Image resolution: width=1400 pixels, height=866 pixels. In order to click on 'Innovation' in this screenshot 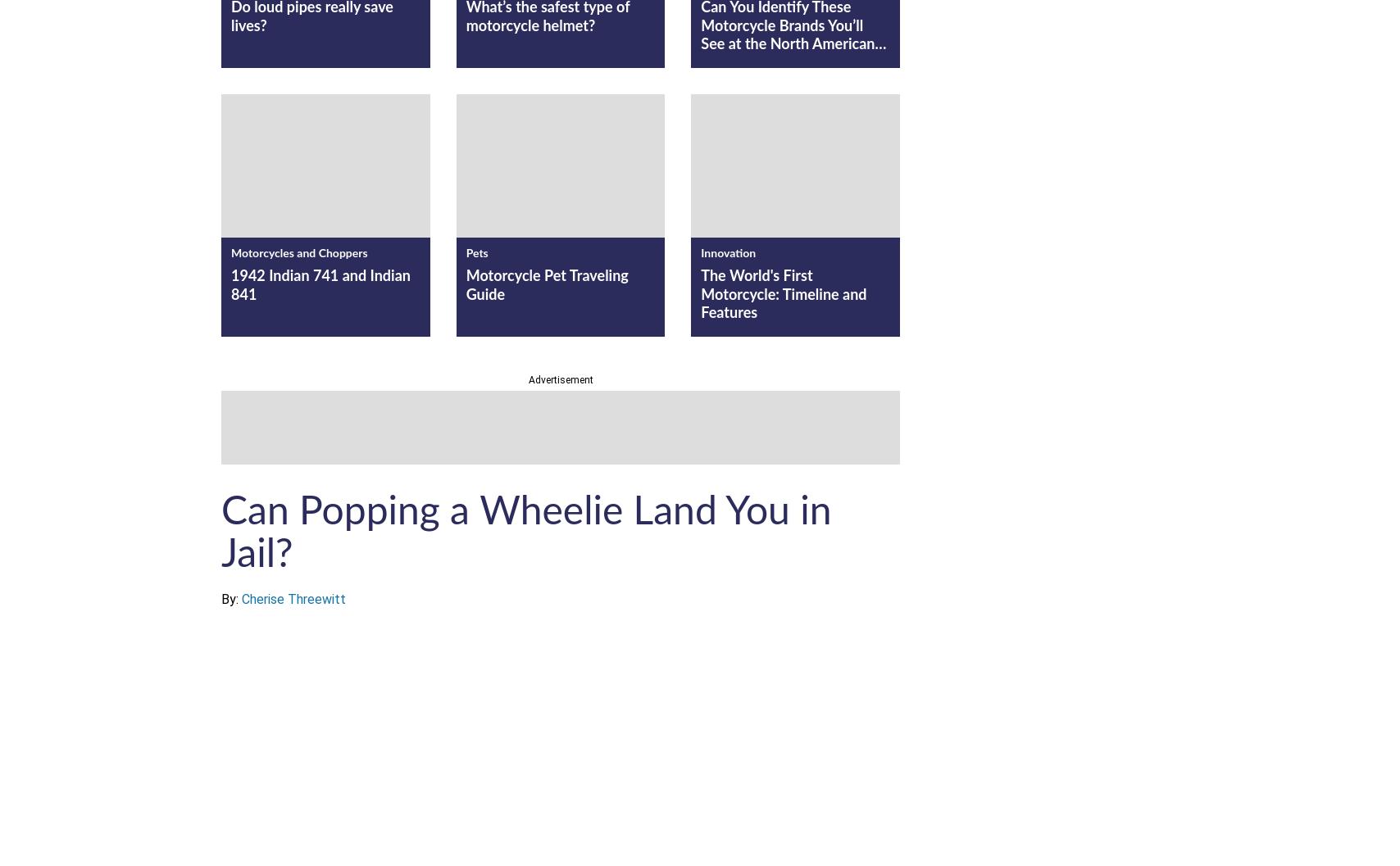, I will do `click(728, 252)`.